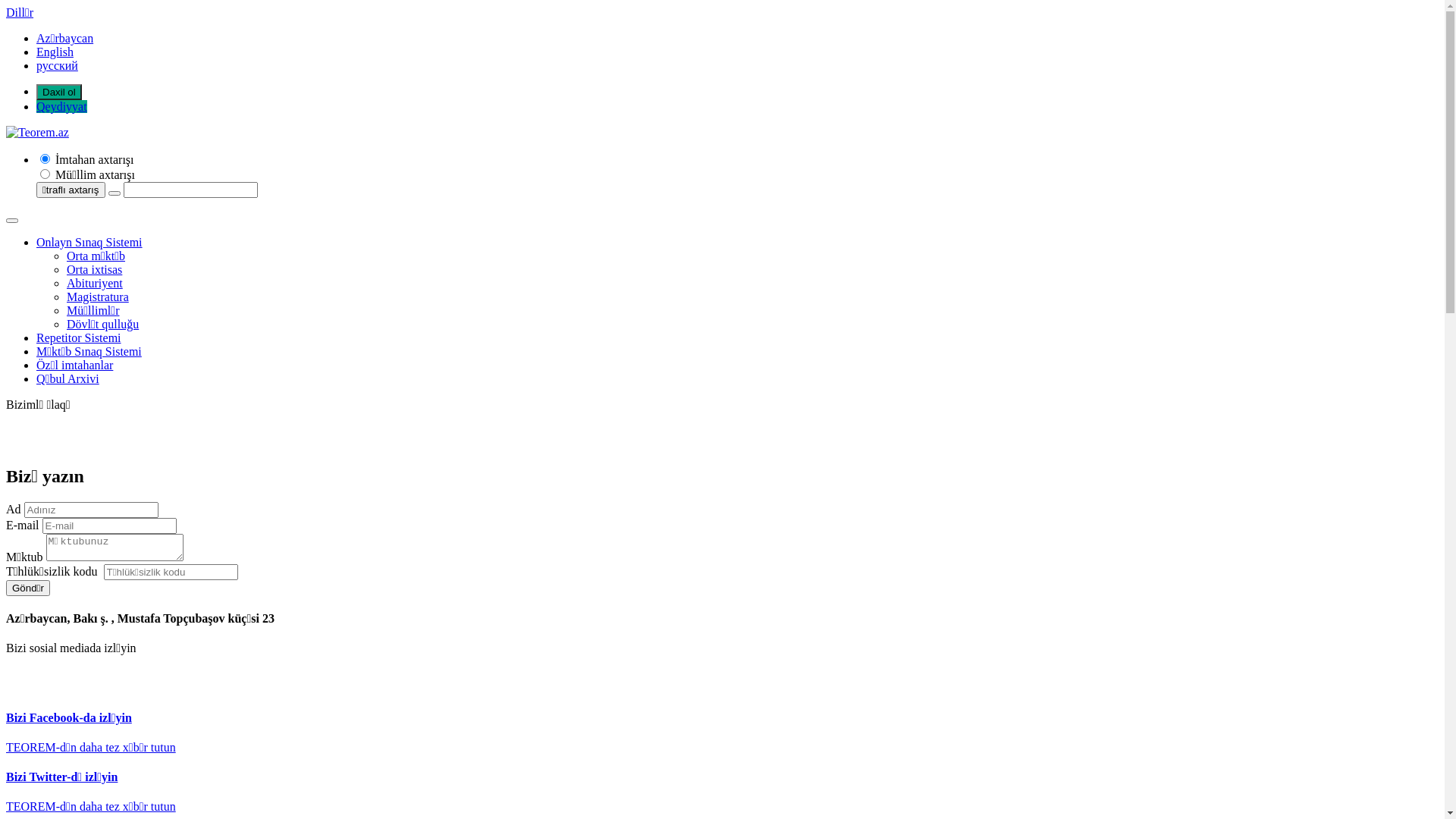  I want to click on 'Orta ixtisas', so click(93, 268).